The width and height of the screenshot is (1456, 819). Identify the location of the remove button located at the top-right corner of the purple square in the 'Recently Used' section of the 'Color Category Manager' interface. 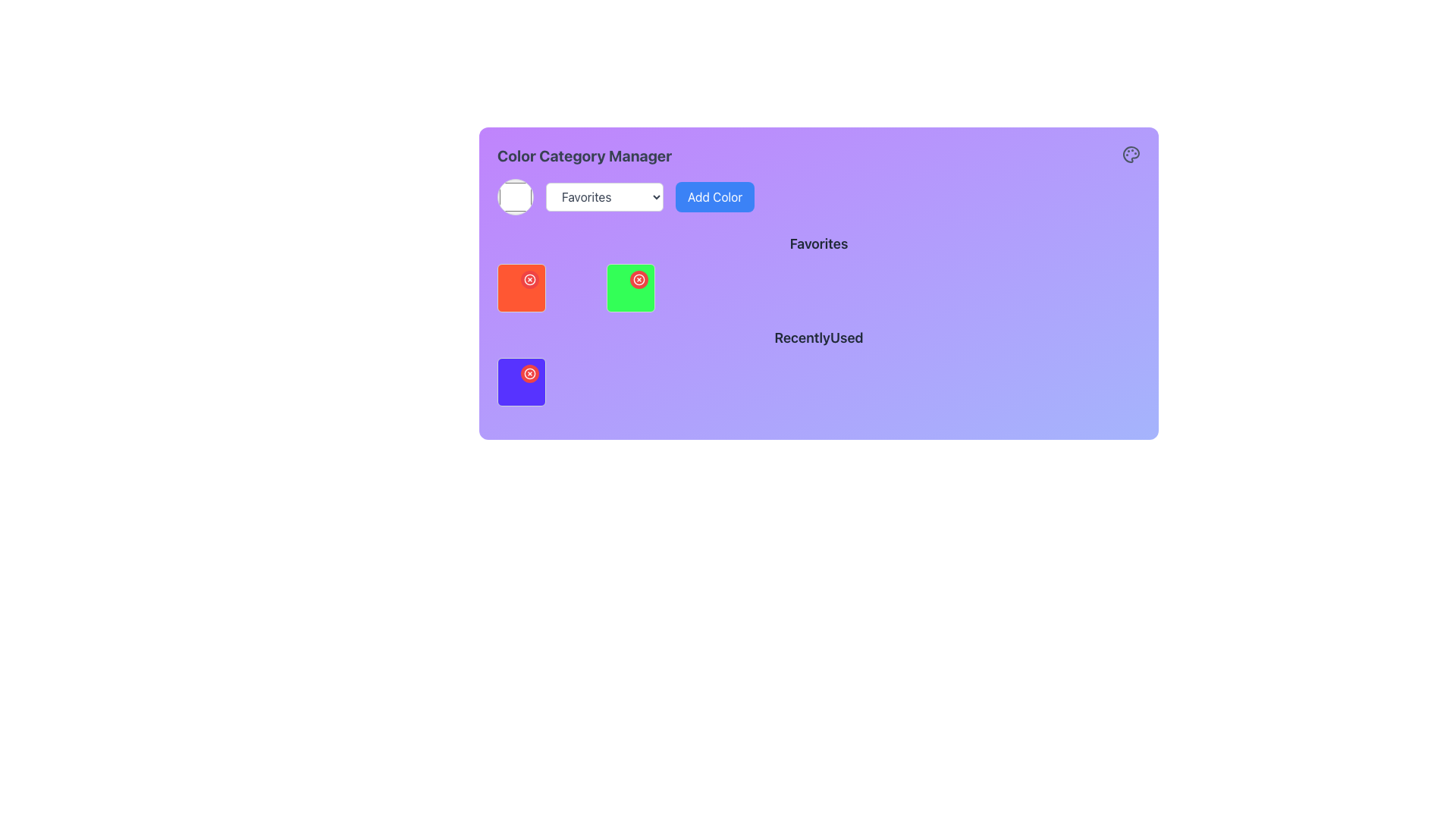
(530, 374).